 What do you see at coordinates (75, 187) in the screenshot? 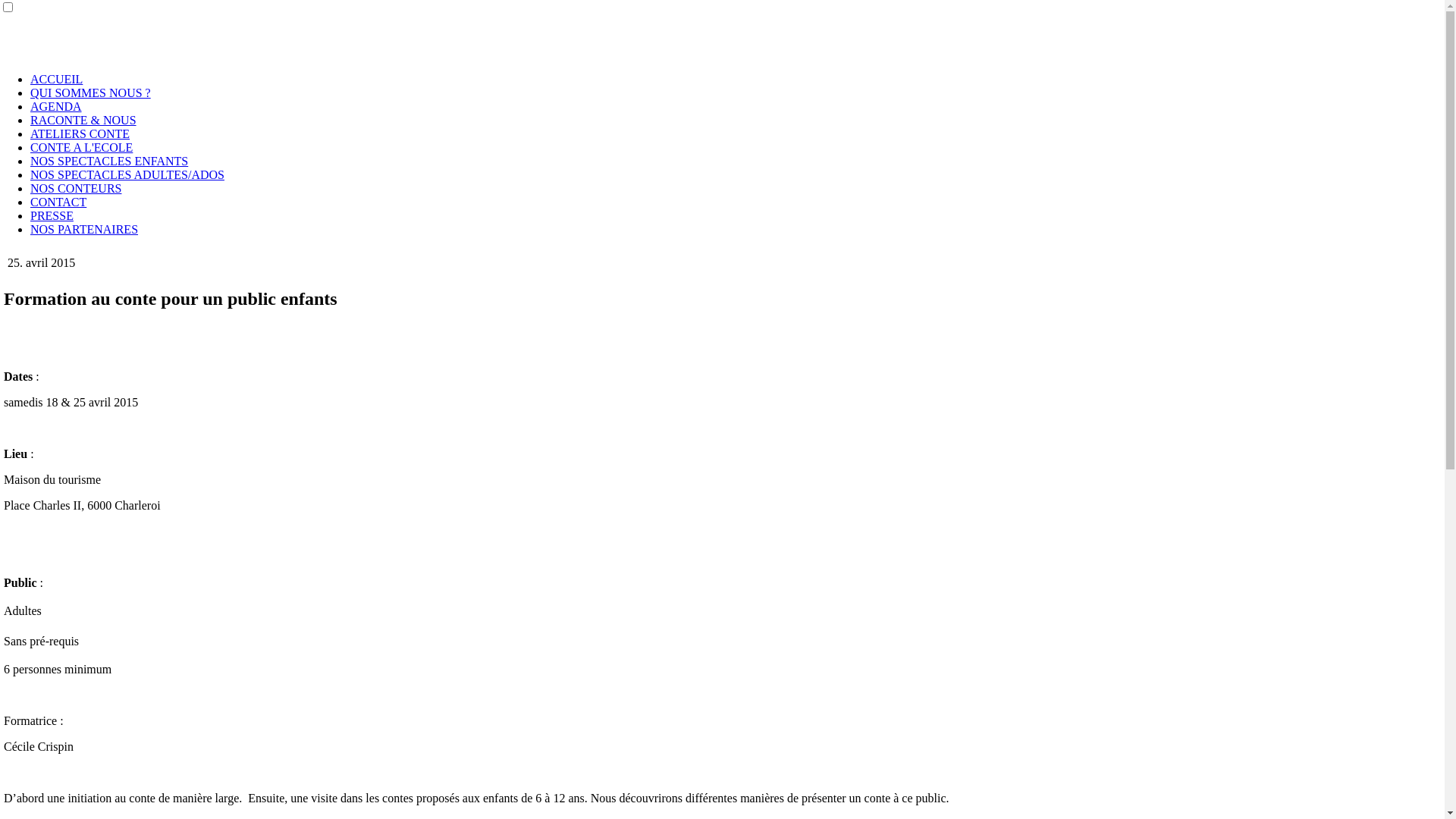
I see `'NOS CONTEURS'` at bounding box center [75, 187].